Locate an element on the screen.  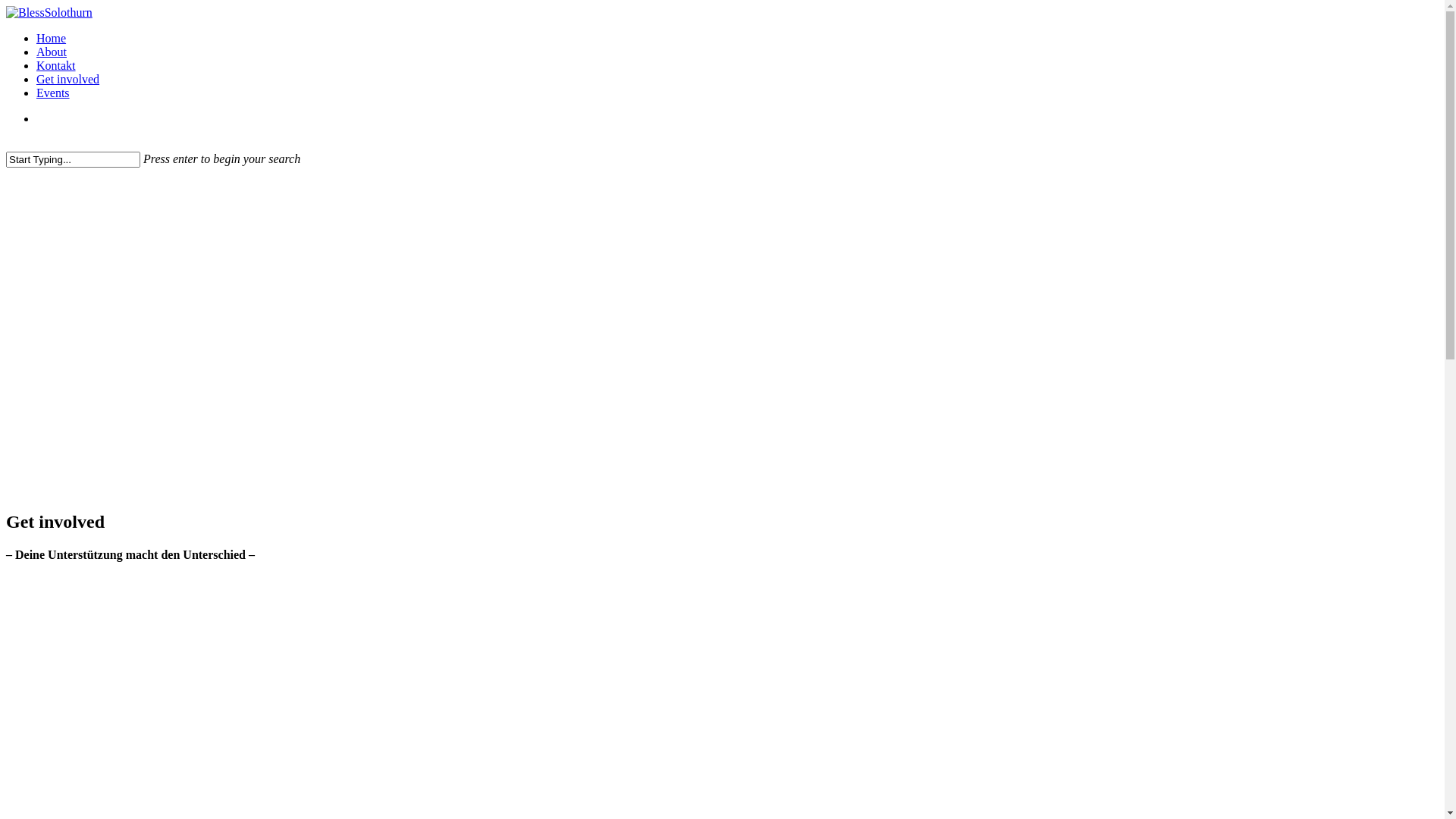
'Get involved' is located at coordinates (67, 79).